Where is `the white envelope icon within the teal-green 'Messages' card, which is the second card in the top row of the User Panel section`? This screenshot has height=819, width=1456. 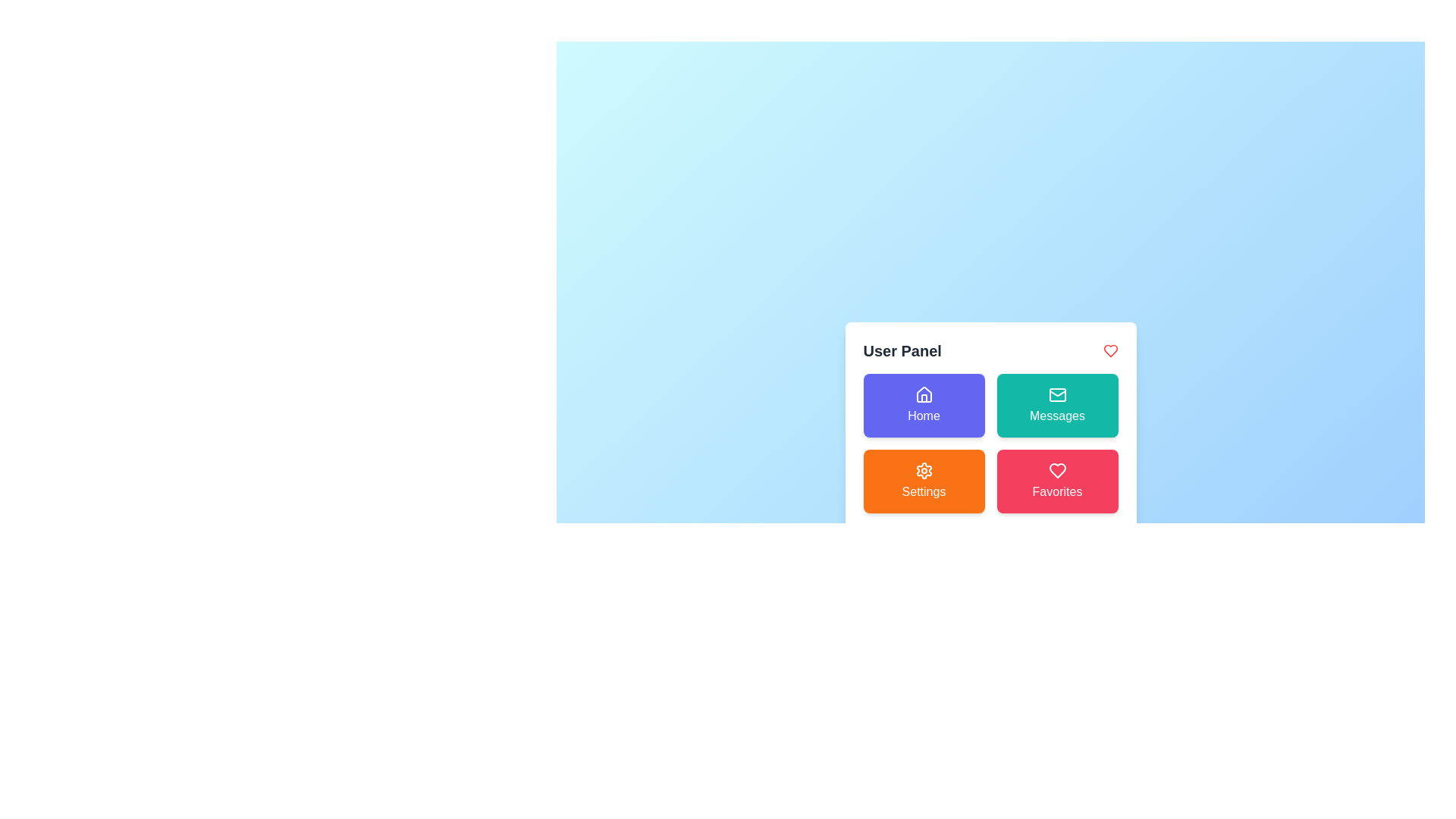
the white envelope icon within the teal-green 'Messages' card, which is the second card in the top row of the User Panel section is located at coordinates (1056, 394).